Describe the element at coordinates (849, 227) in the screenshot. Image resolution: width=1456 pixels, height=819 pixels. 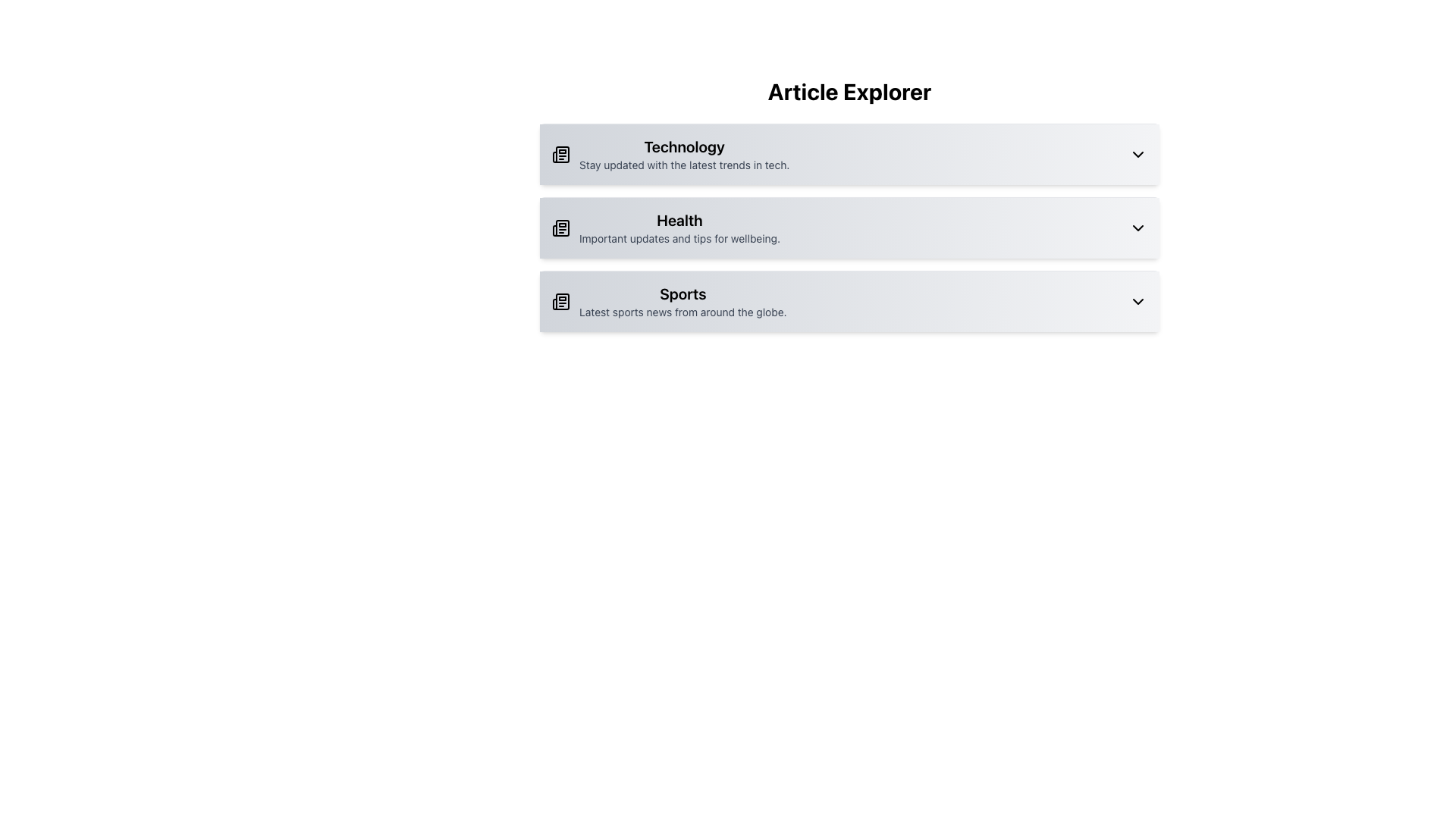
I see `the 'Health' selectable card` at that location.